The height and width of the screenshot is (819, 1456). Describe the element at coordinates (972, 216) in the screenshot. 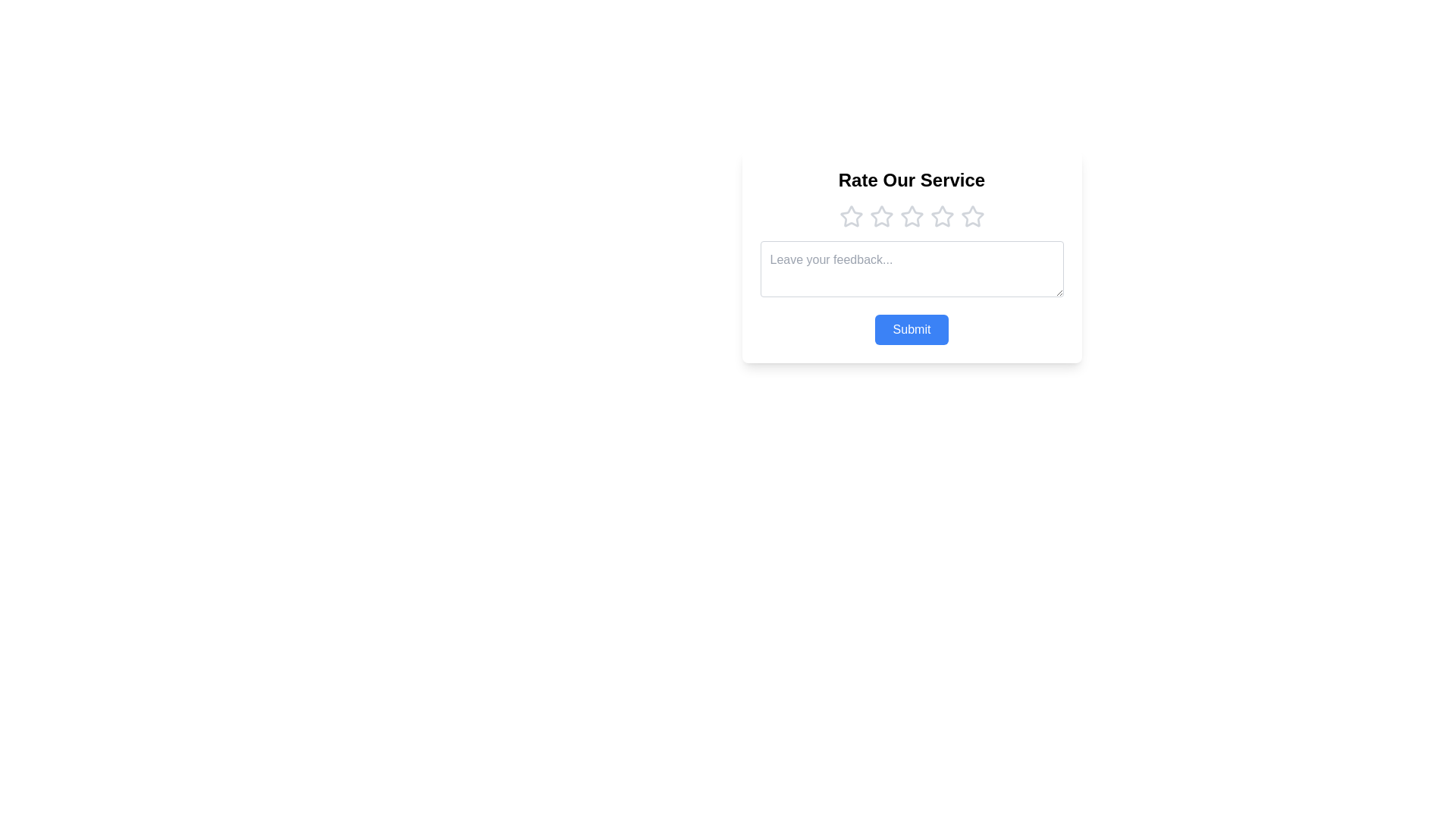

I see `the fifth star-shaped rating icon in the 'Rate Our Service' section` at that location.